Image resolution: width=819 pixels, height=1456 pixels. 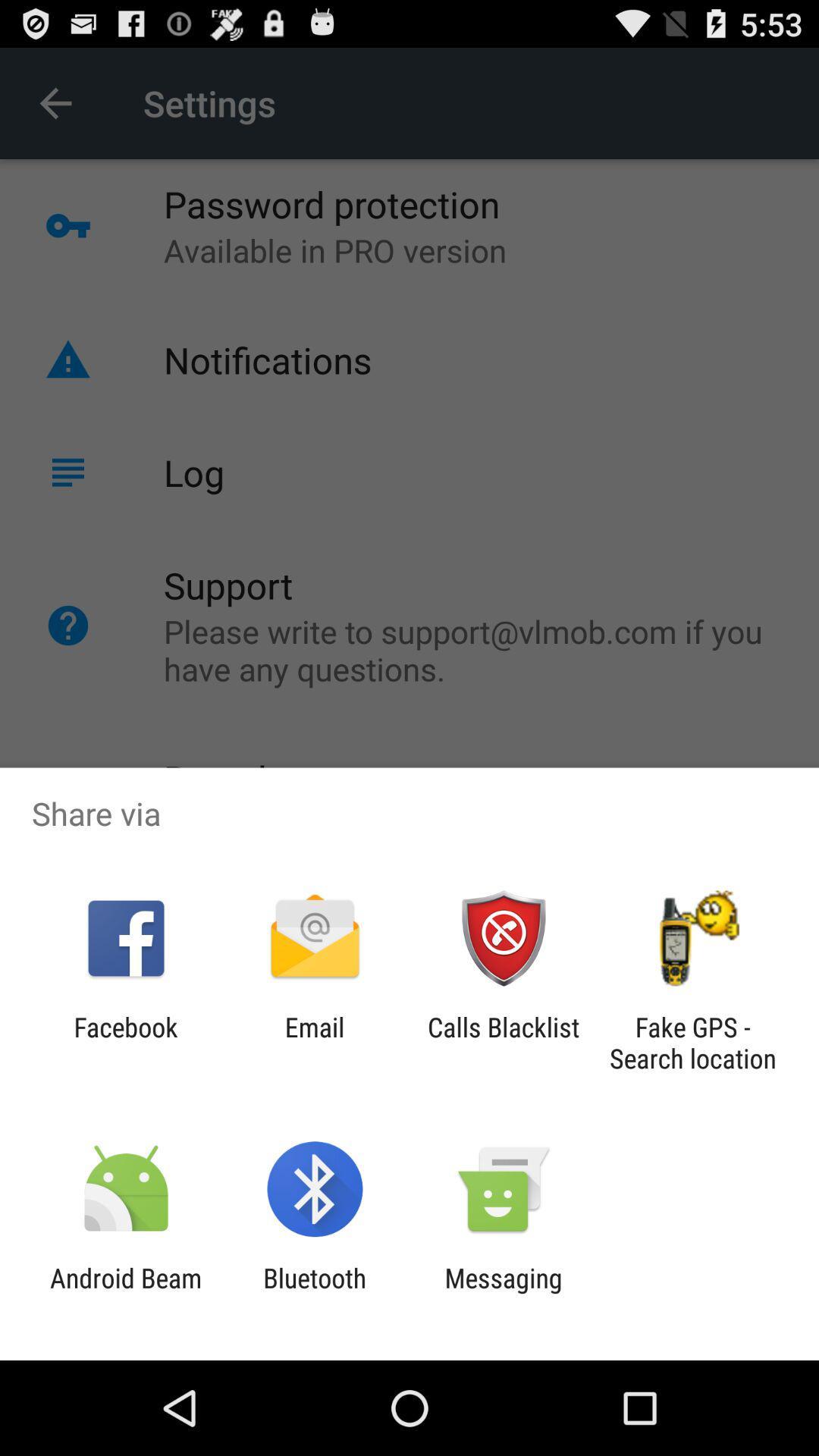 What do you see at coordinates (125, 1042) in the screenshot?
I see `icon to the left of email item` at bounding box center [125, 1042].